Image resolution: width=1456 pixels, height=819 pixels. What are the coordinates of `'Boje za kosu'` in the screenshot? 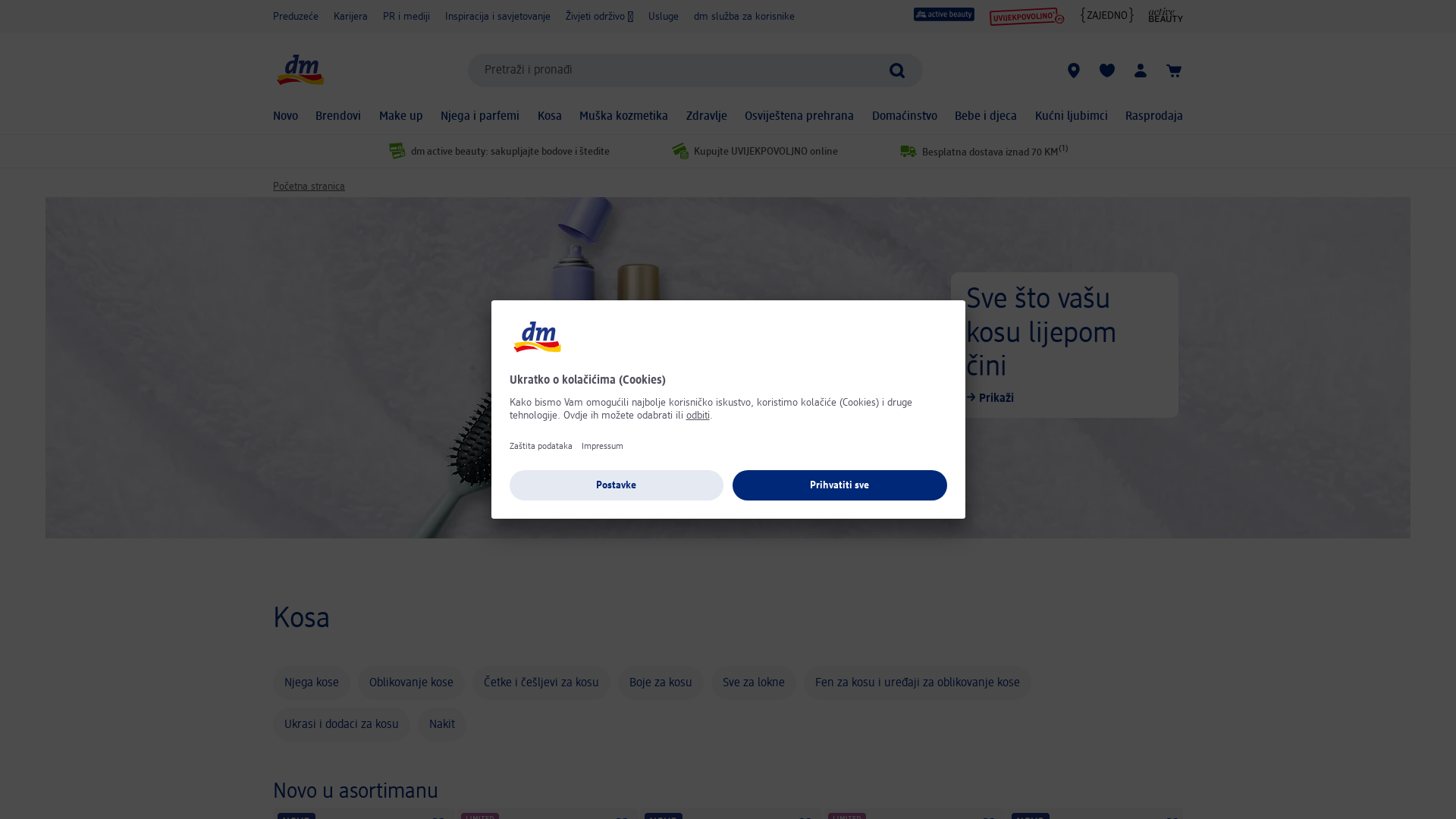 It's located at (655, 682).